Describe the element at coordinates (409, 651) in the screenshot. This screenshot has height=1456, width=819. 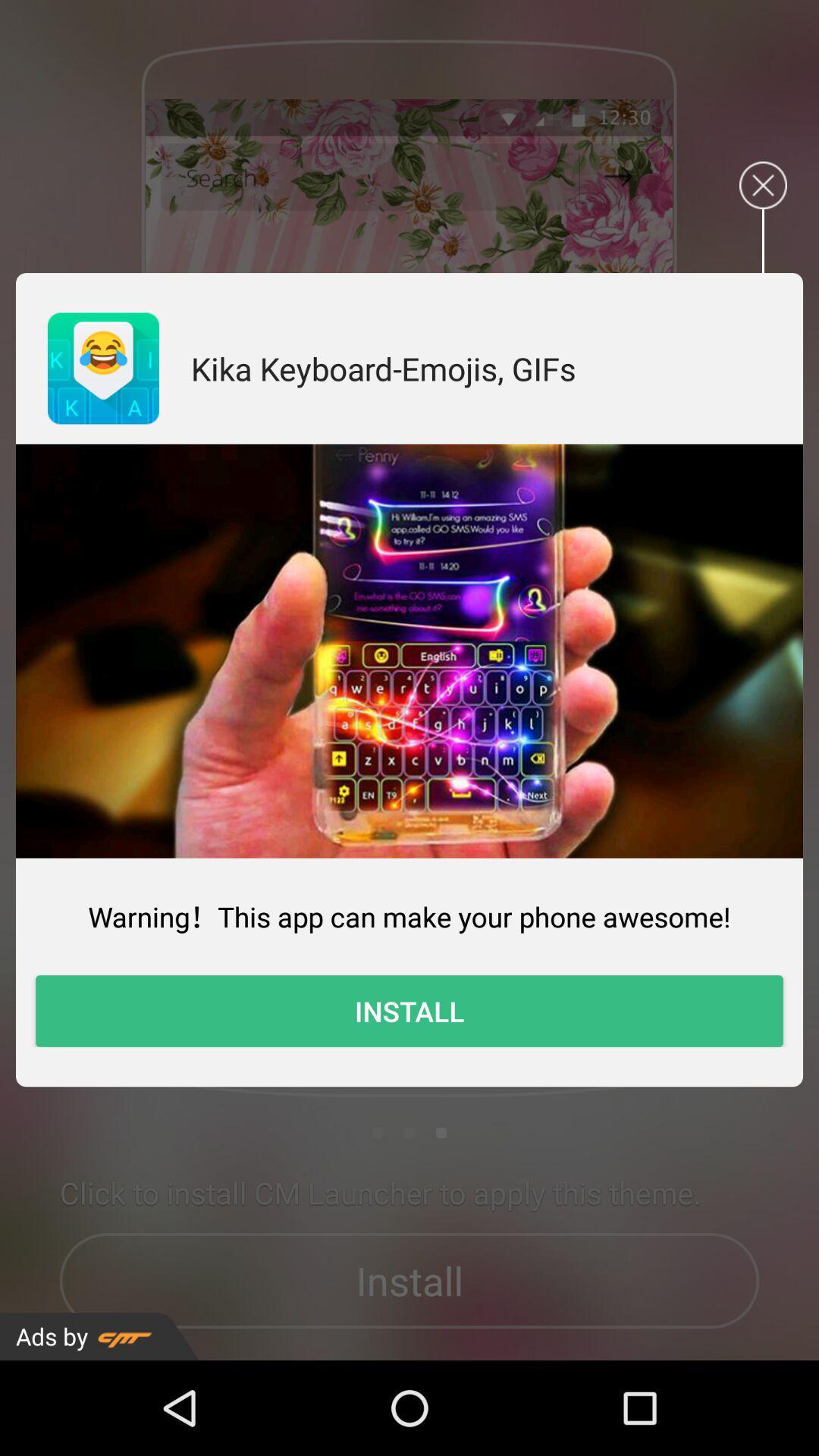
I see `app above the warning this app` at that location.